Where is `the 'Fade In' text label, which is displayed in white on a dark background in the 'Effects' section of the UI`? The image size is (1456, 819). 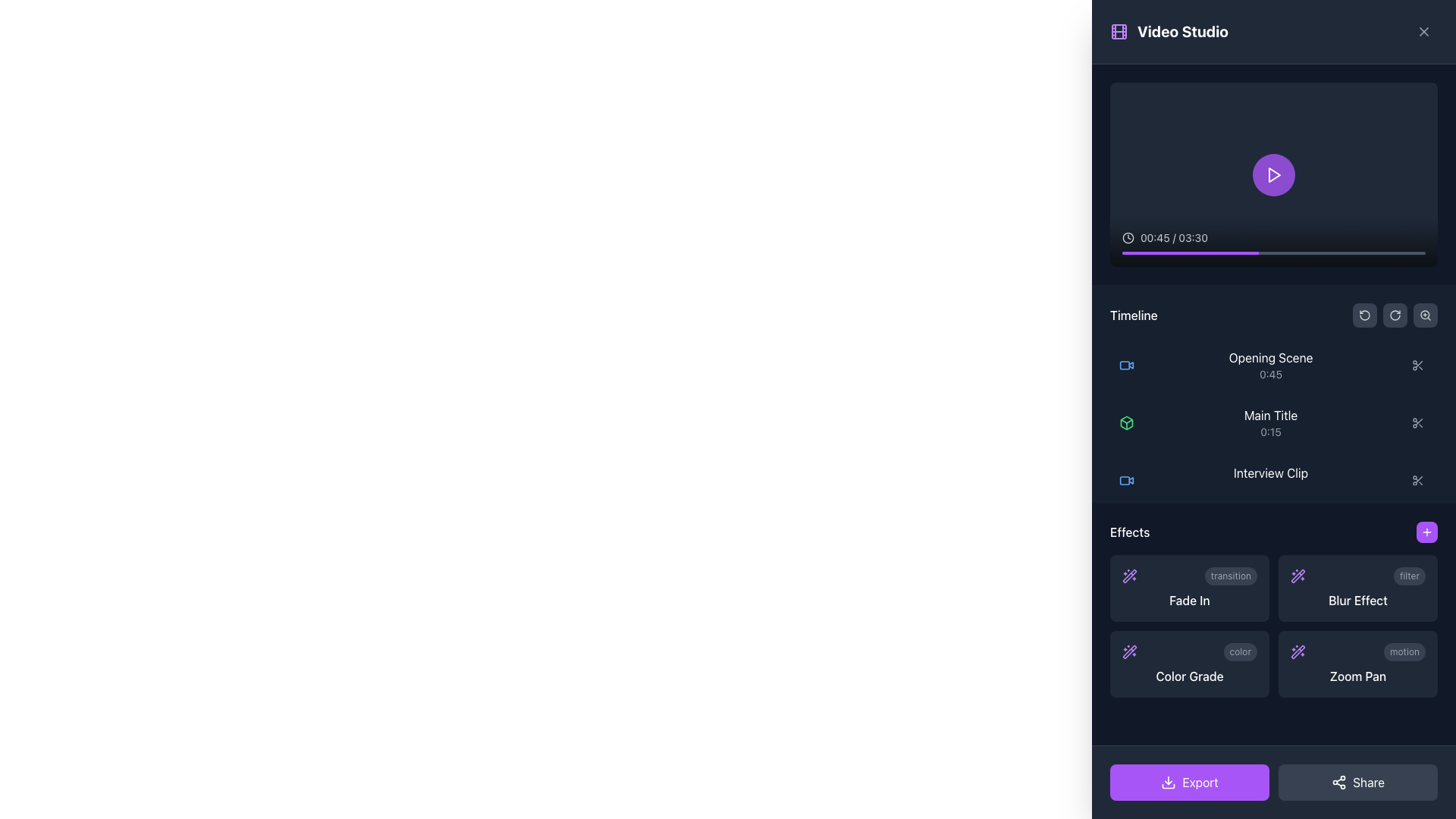
the 'Fade In' text label, which is displayed in white on a dark background in the 'Effects' section of the UI is located at coordinates (1189, 599).